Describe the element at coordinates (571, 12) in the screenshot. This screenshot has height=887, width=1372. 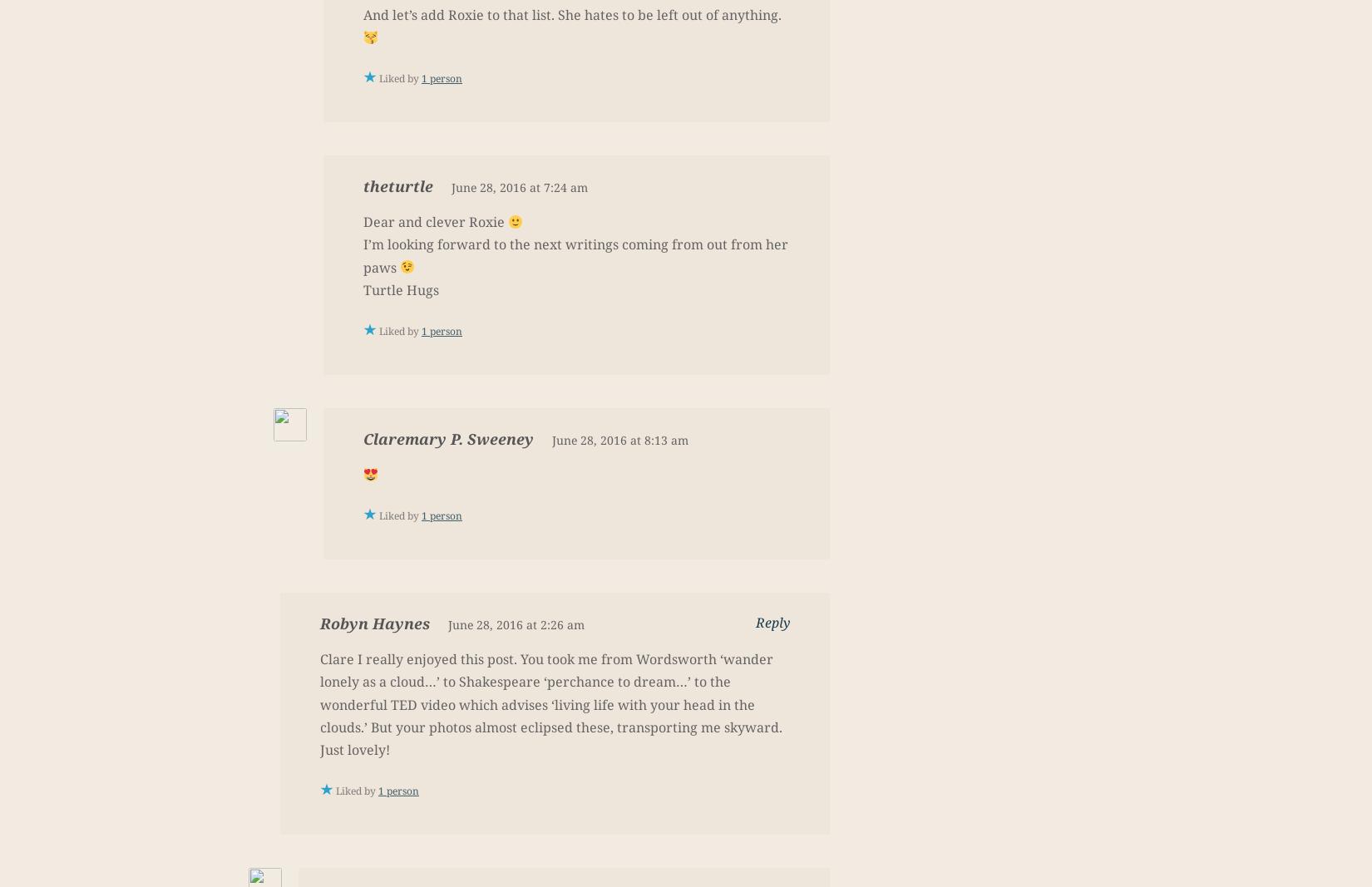
I see `'And let’s add Roxie to that list. She hates to be left out of anything.'` at that location.